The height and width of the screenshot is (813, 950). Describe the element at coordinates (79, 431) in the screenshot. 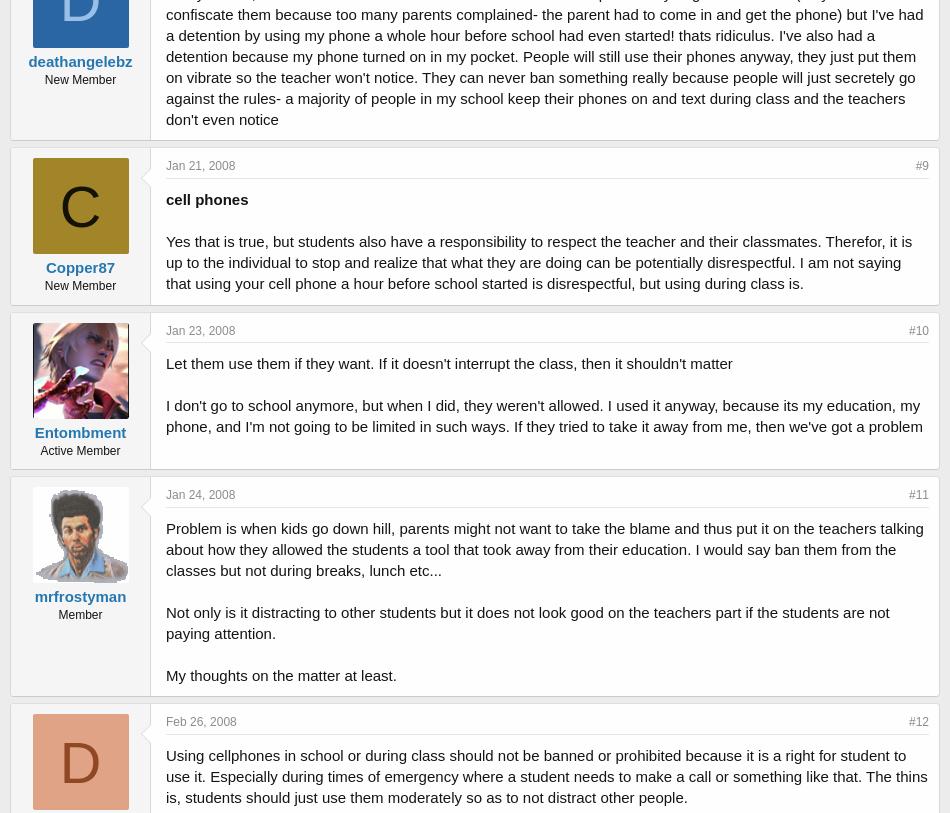

I see `'Entombment'` at that location.